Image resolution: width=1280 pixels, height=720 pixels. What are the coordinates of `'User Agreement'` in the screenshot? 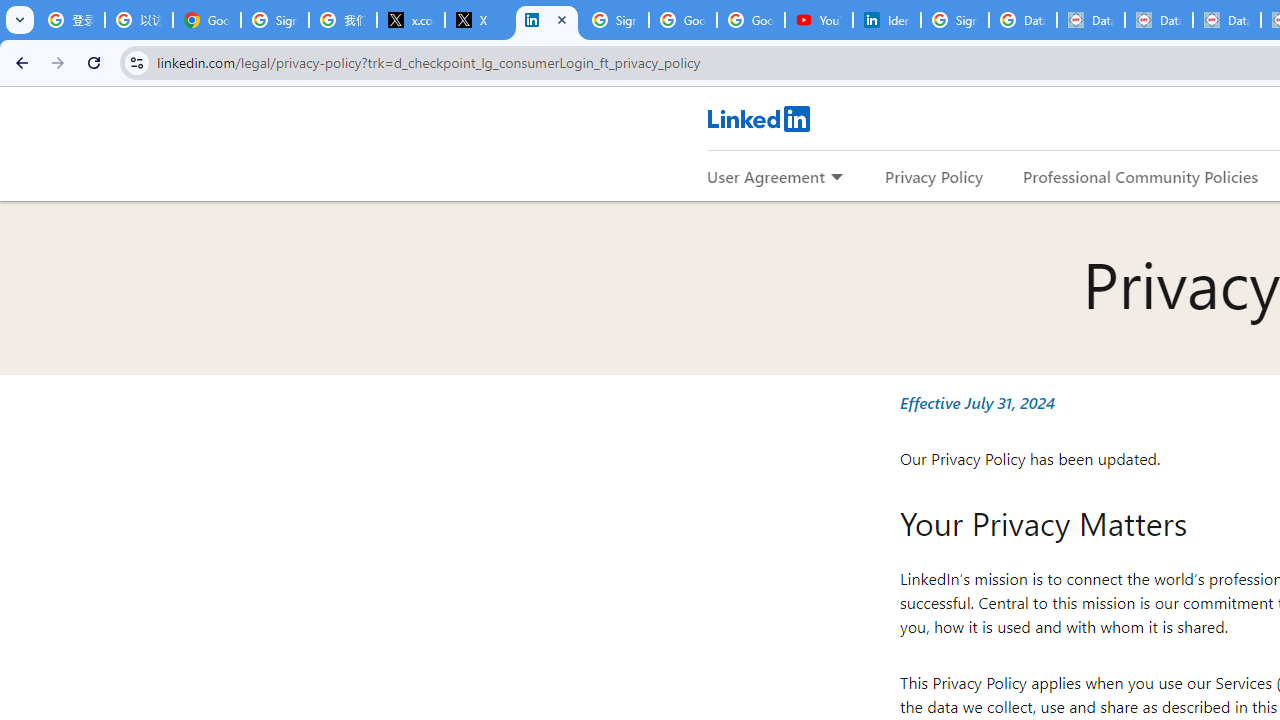 It's located at (765, 175).